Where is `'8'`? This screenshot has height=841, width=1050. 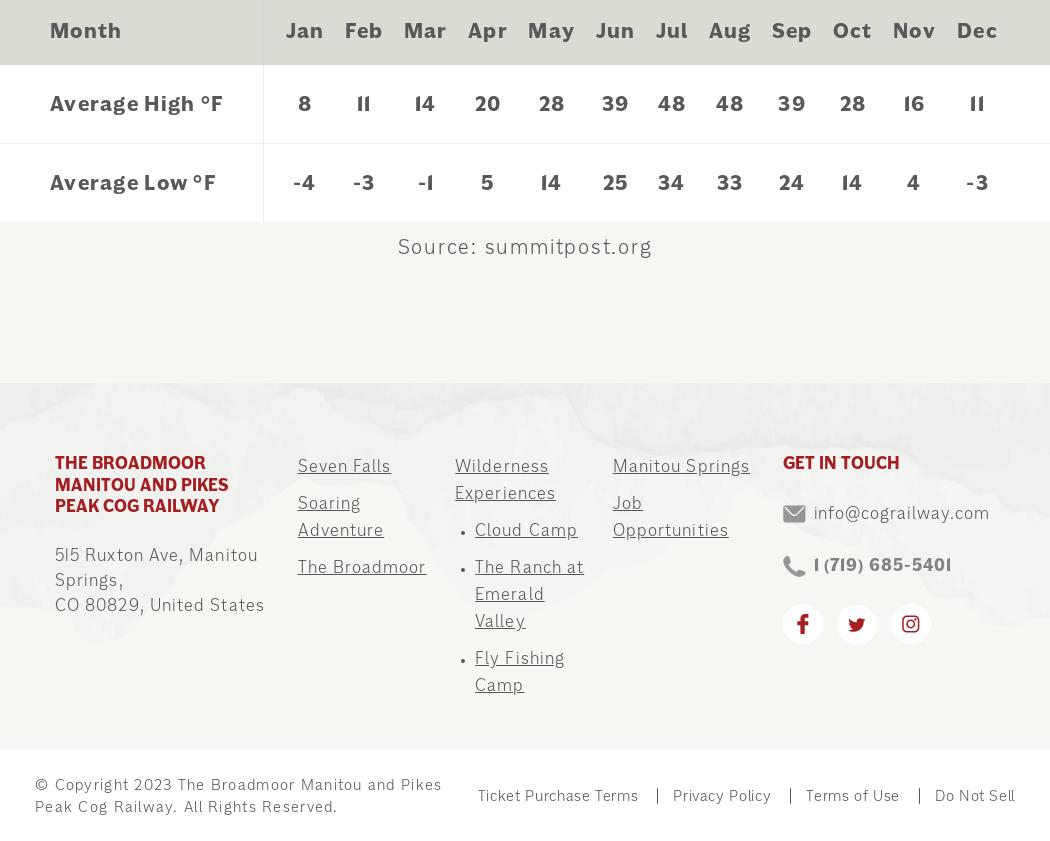 '8' is located at coordinates (304, 103).